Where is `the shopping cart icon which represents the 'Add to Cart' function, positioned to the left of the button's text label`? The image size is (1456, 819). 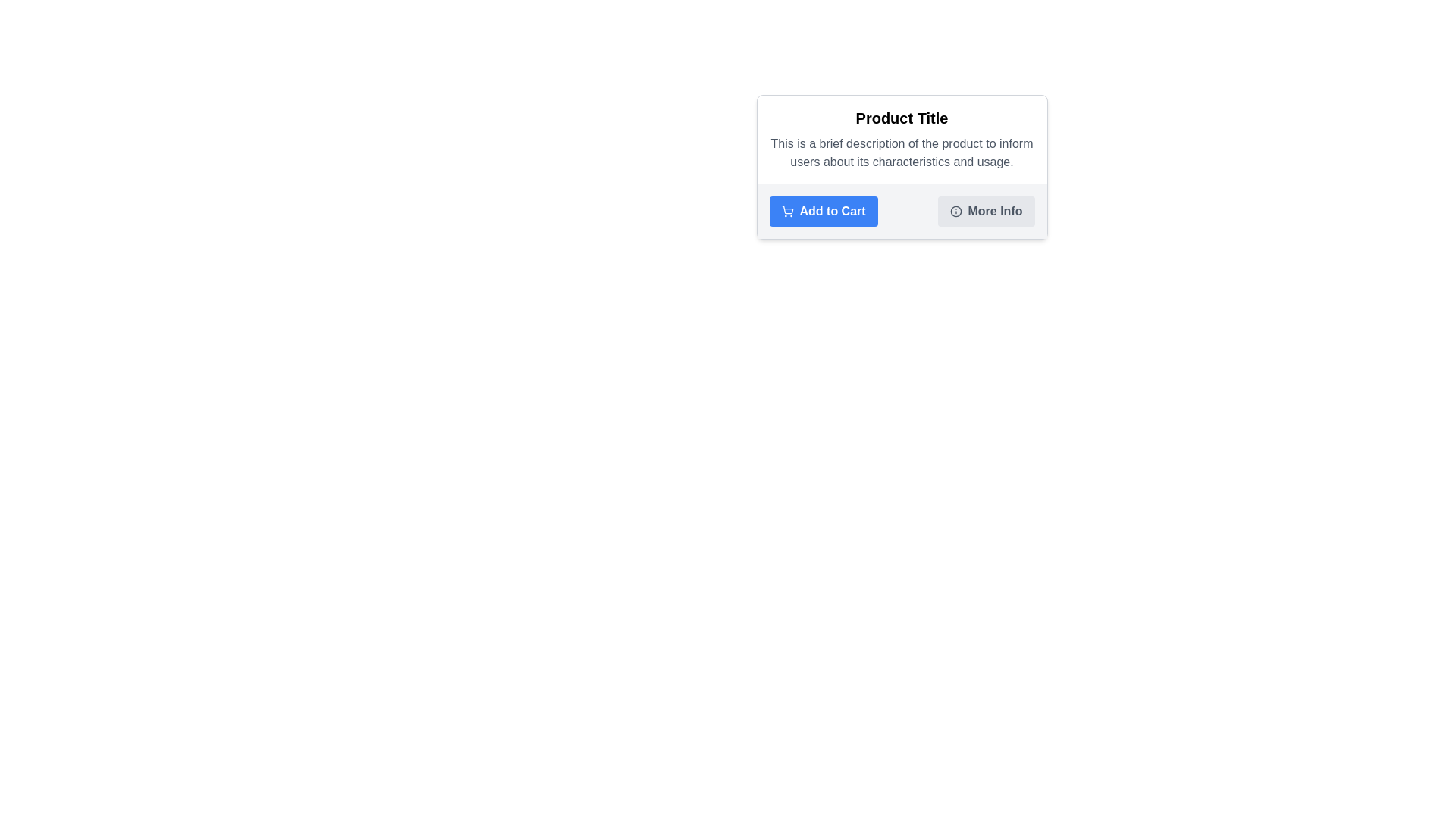
the shopping cart icon which represents the 'Add to Cart' function, positioned to the left of the button's text label is located at coordinates (787, 211).